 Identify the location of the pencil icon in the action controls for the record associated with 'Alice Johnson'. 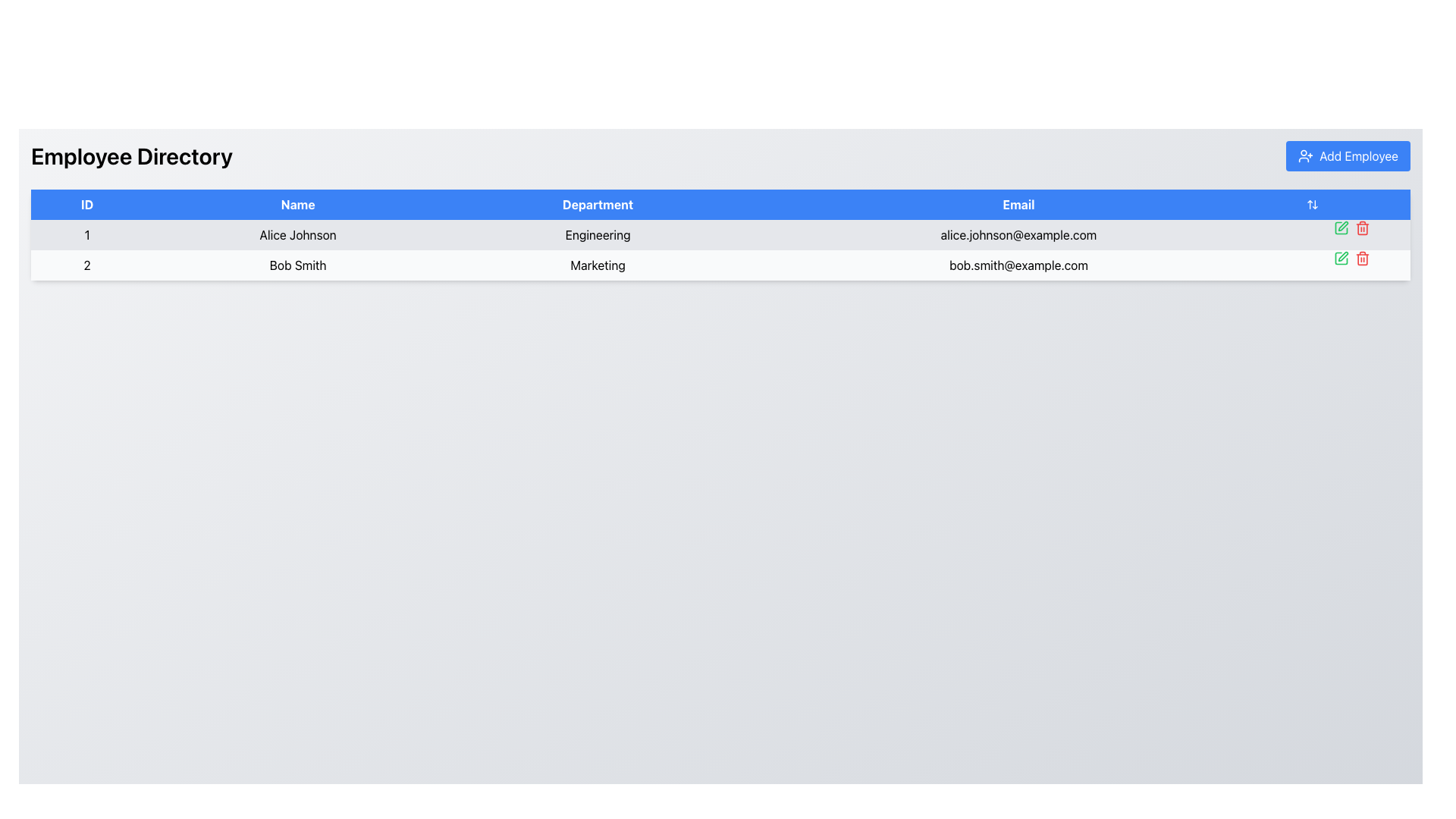
(1352, 227).